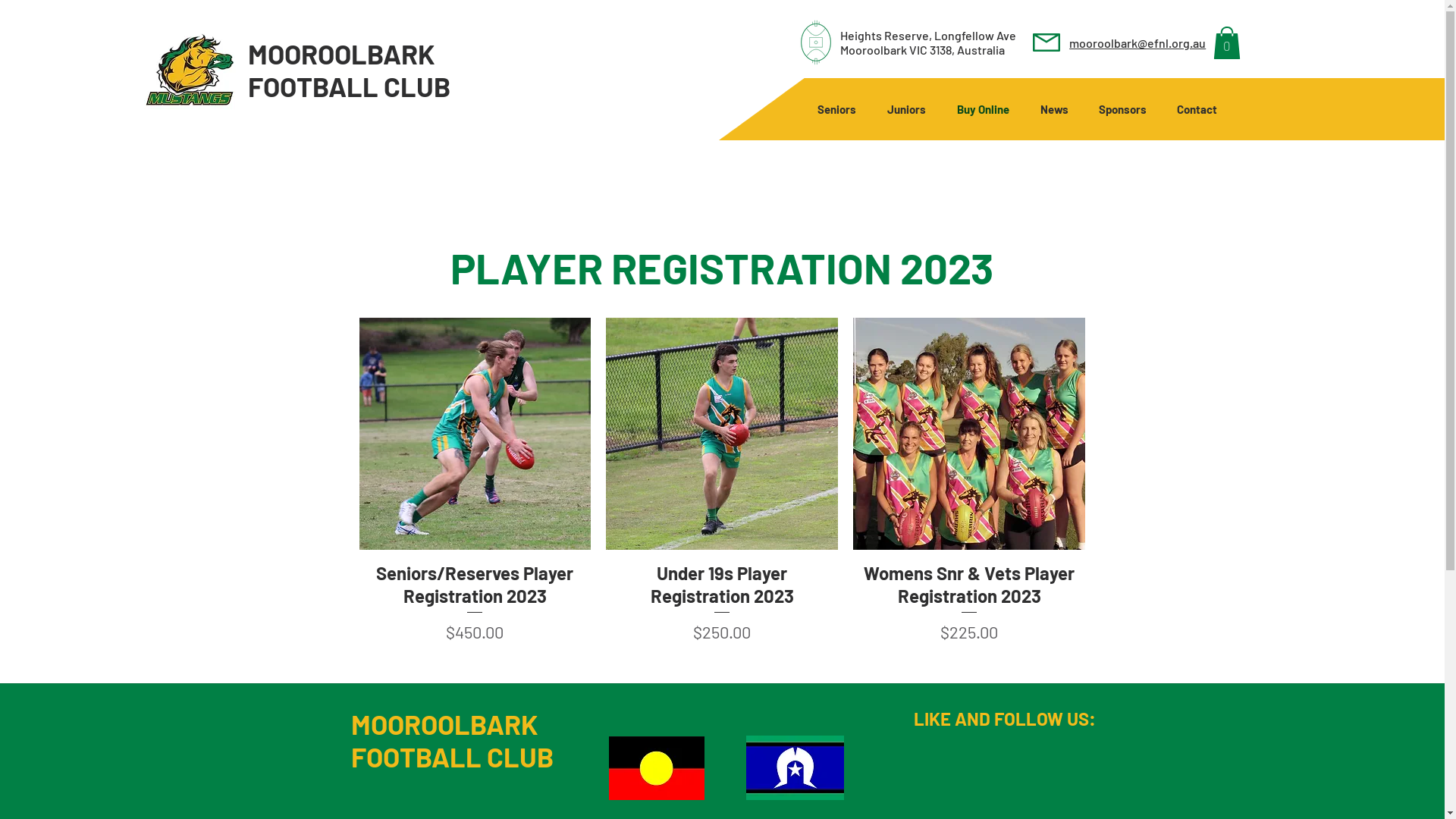 This screenshot has height=819, width=1456. Describe the element at coordinates (1068, 42) in the screenshot. I see `'mooroolbark@efnl.org.au'` at that location.